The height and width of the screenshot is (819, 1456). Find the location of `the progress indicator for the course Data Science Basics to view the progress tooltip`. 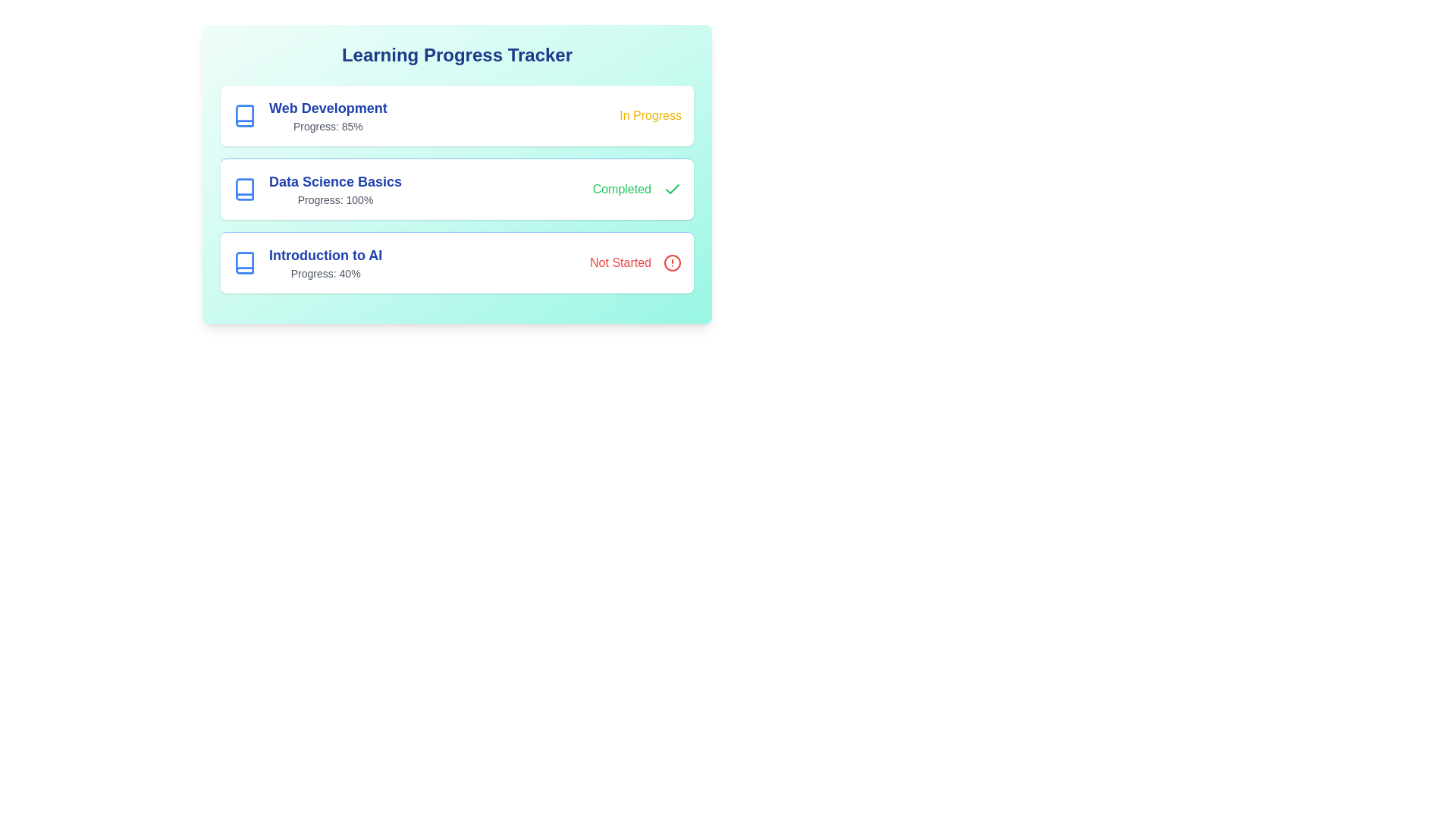

the progress indicator for the course Data Science Basics to view the progress tooltip is located at coordinates (315, 189).